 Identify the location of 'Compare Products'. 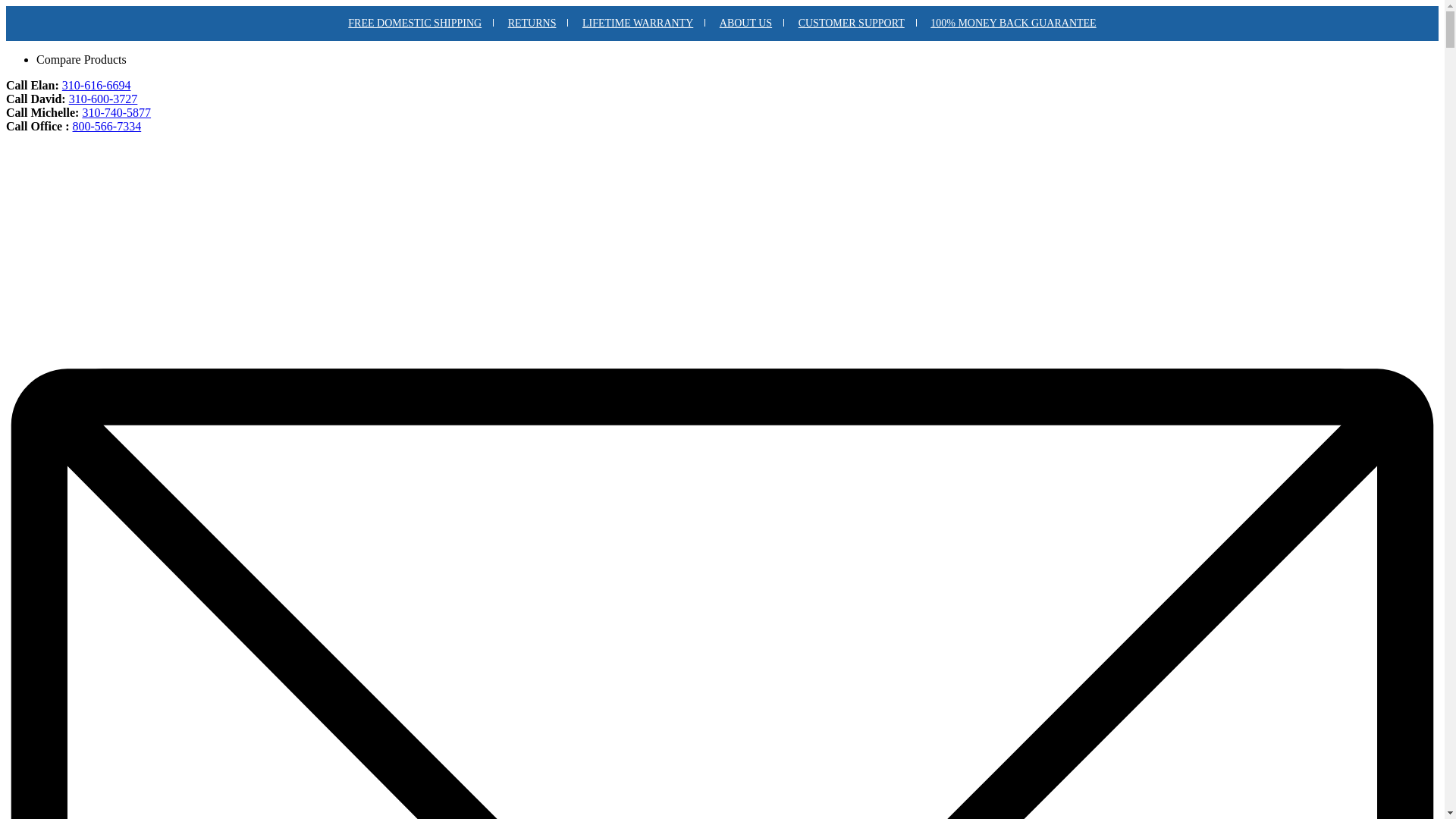
(80, 58).